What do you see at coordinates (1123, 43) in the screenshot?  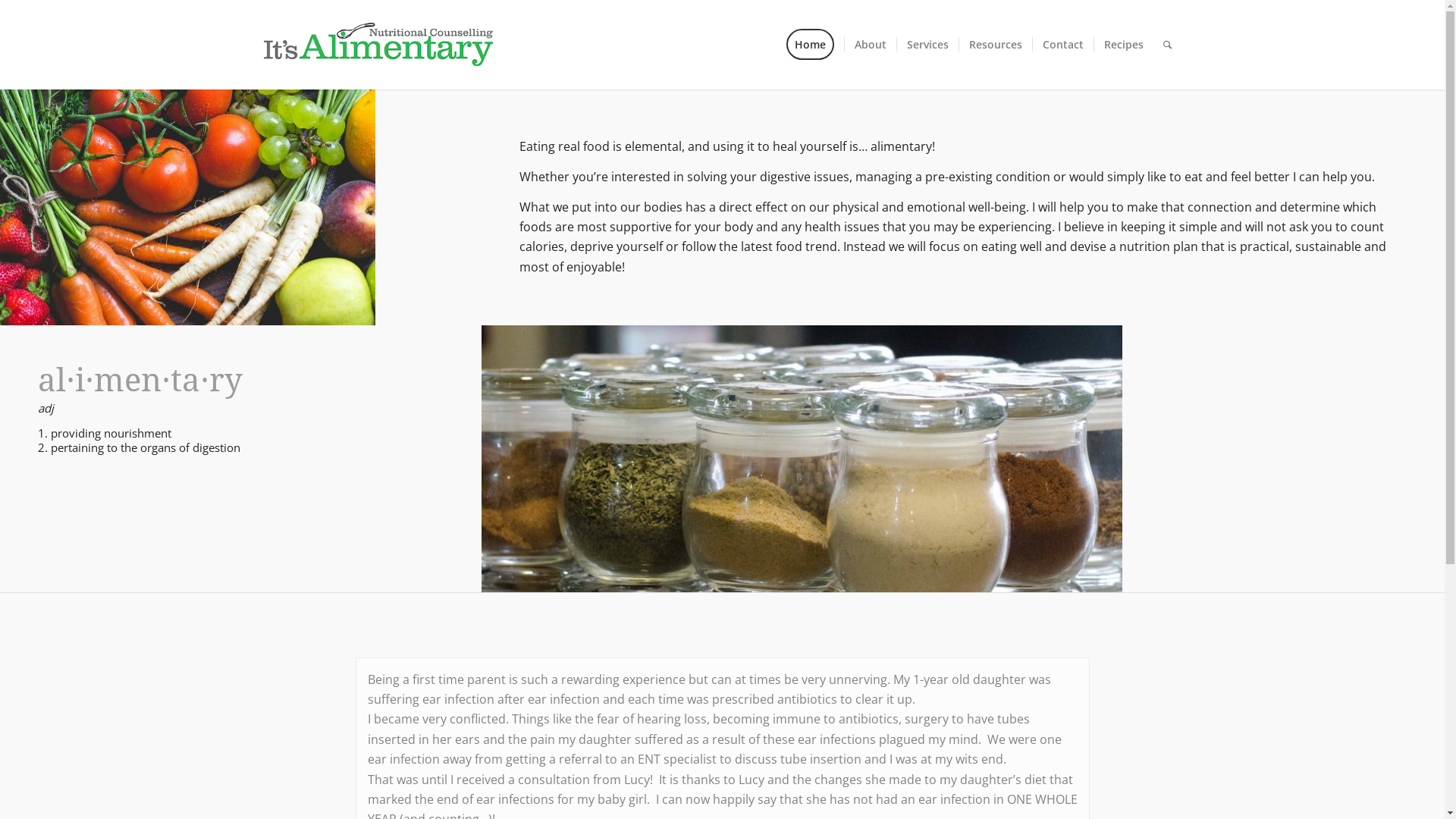 I see `'Recipes'` at bounding box center [1123, 43].